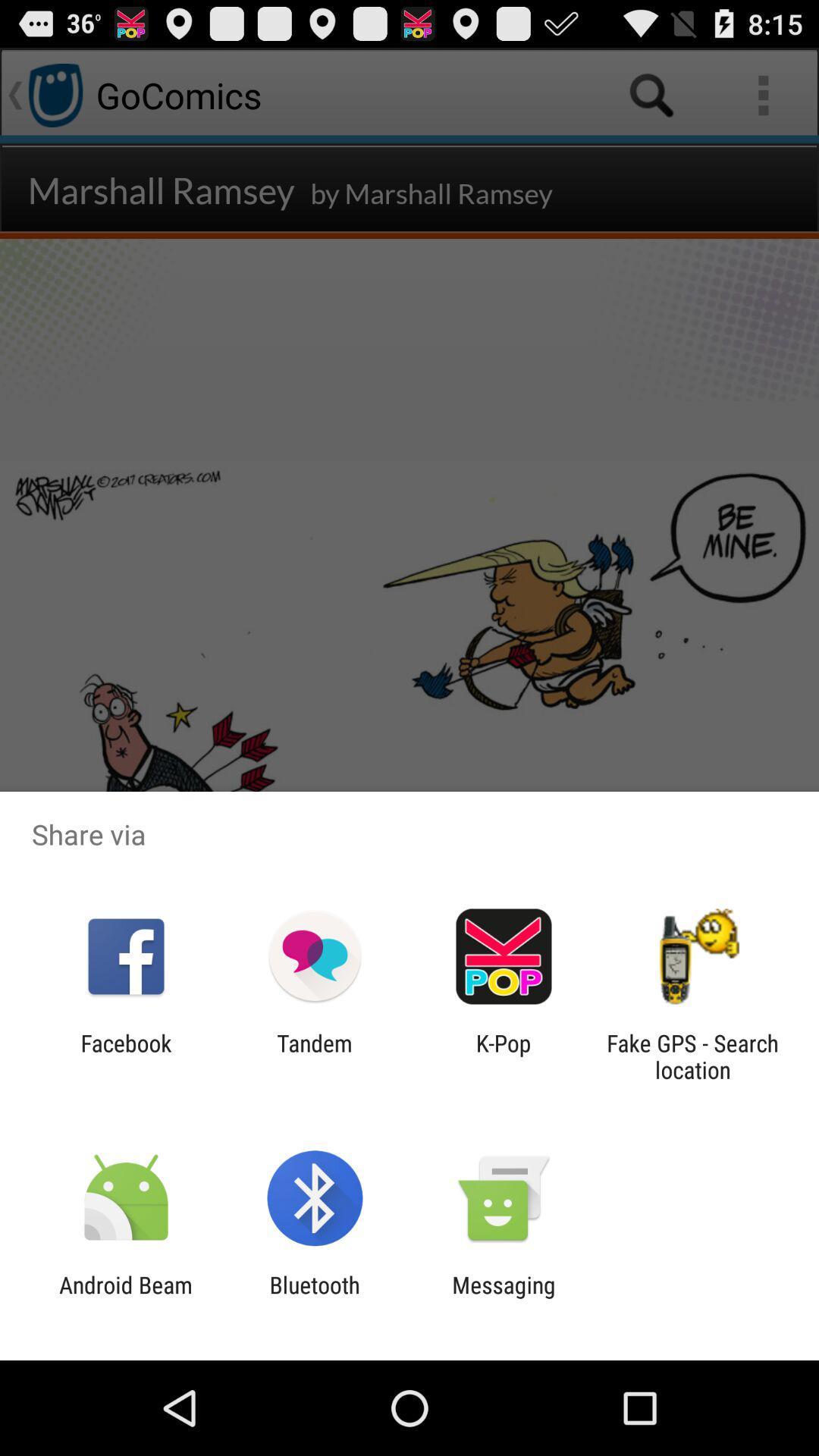  What do you see at coordinates (125, 1056) in the screenshot?
I see `facebook item` at bounding box center [125, 1056].